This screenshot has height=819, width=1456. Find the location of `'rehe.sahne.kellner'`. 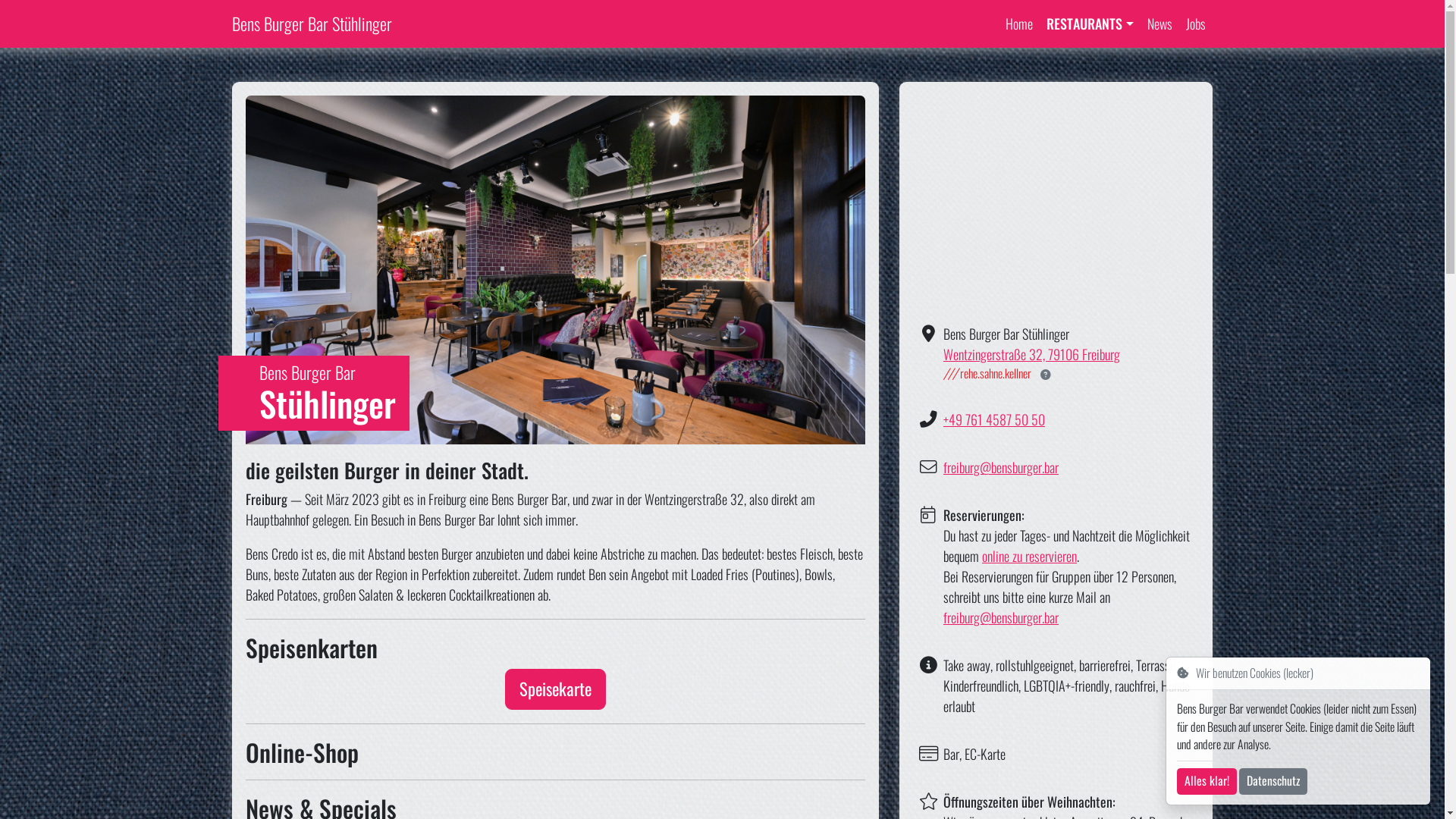

'rehe.sahne.kellner' is located at coordinates (987, 373).